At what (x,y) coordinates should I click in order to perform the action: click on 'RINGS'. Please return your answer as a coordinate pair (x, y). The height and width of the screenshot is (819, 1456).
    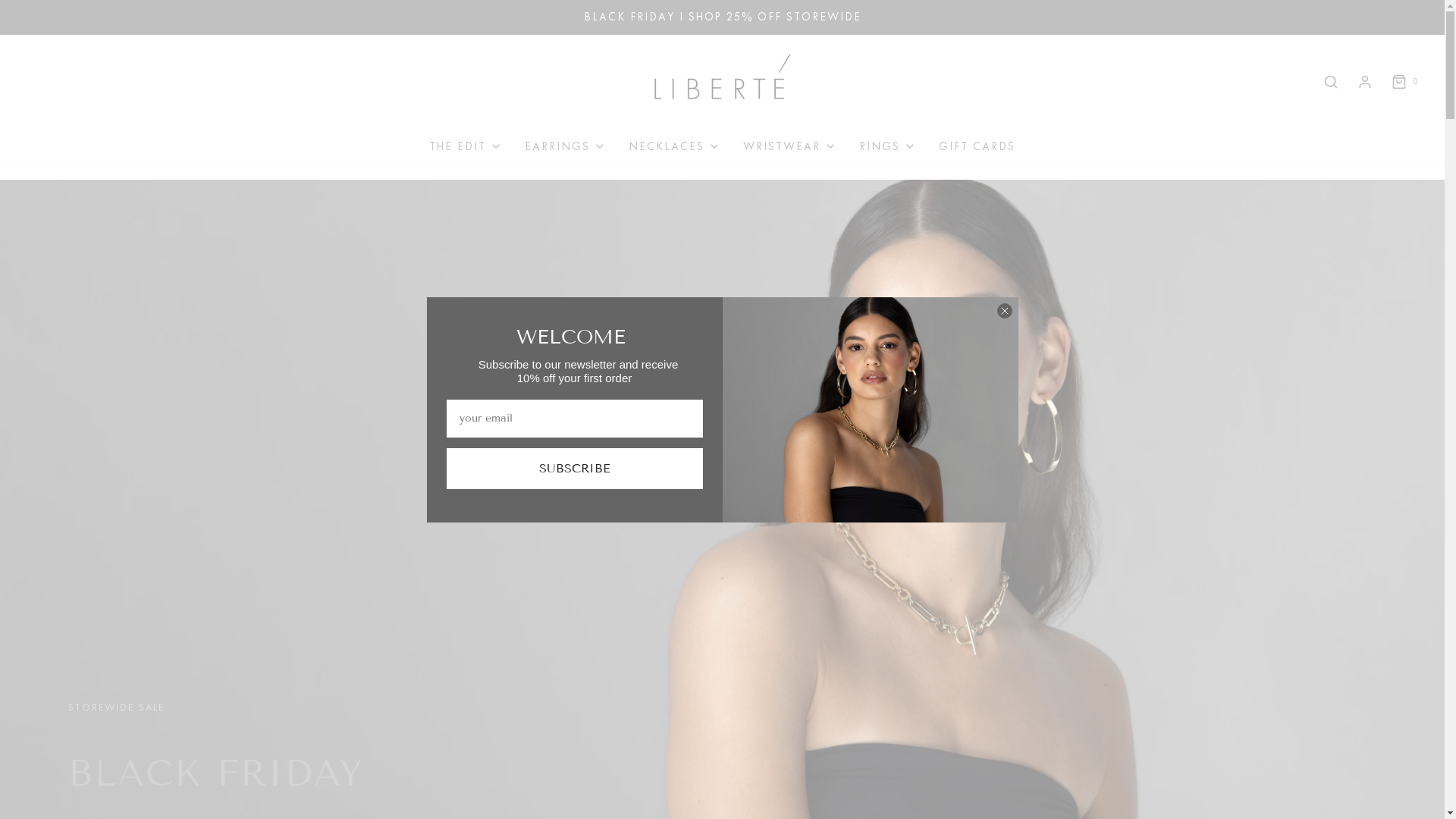
    Looking at the image, I should click on (887, 146).